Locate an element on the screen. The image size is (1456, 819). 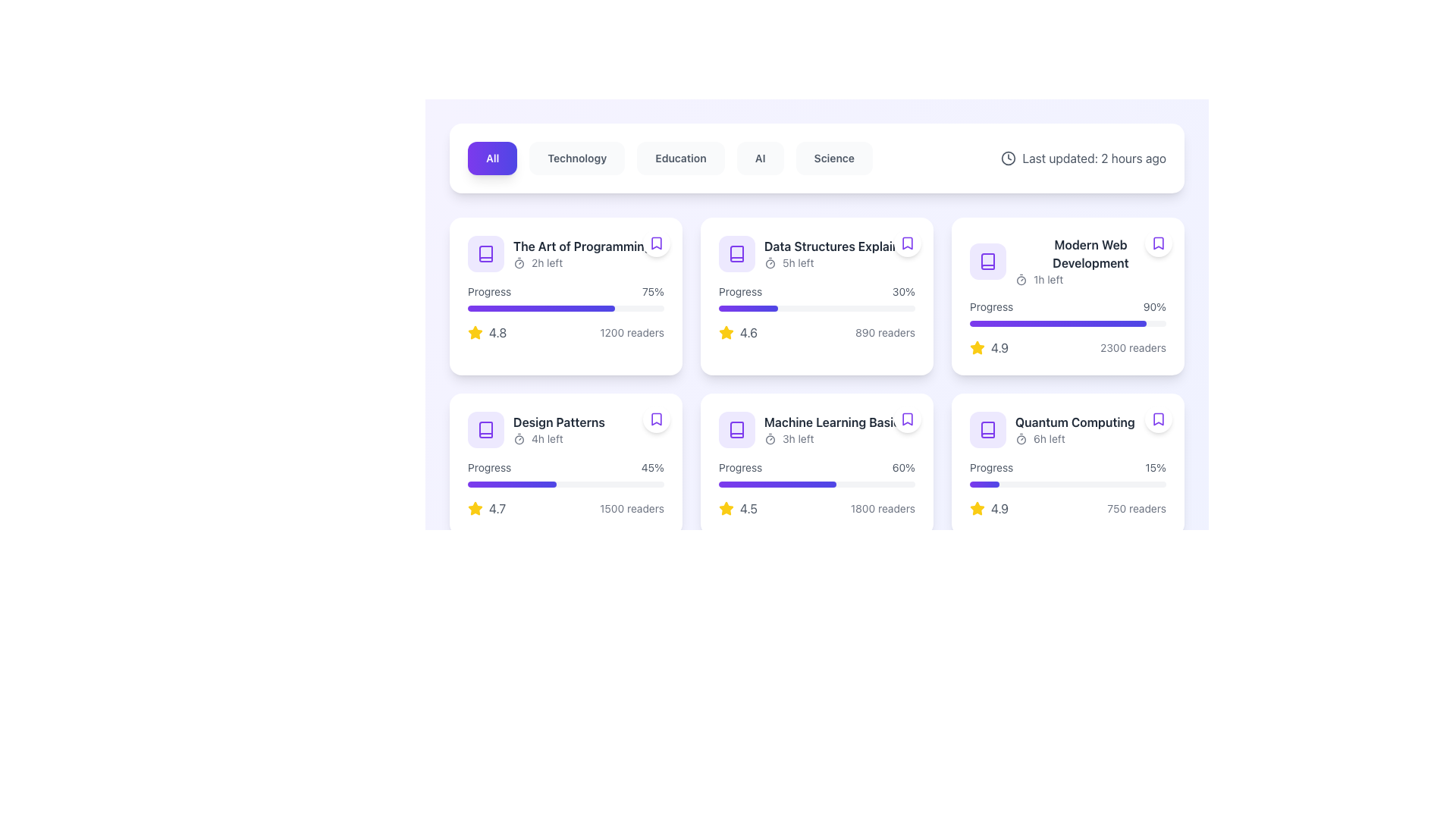
text label displaying 'Progress' in gray color, positioned above the blue progress bar in the 'Modern Web Development' card is located at coordinates (991, 307).